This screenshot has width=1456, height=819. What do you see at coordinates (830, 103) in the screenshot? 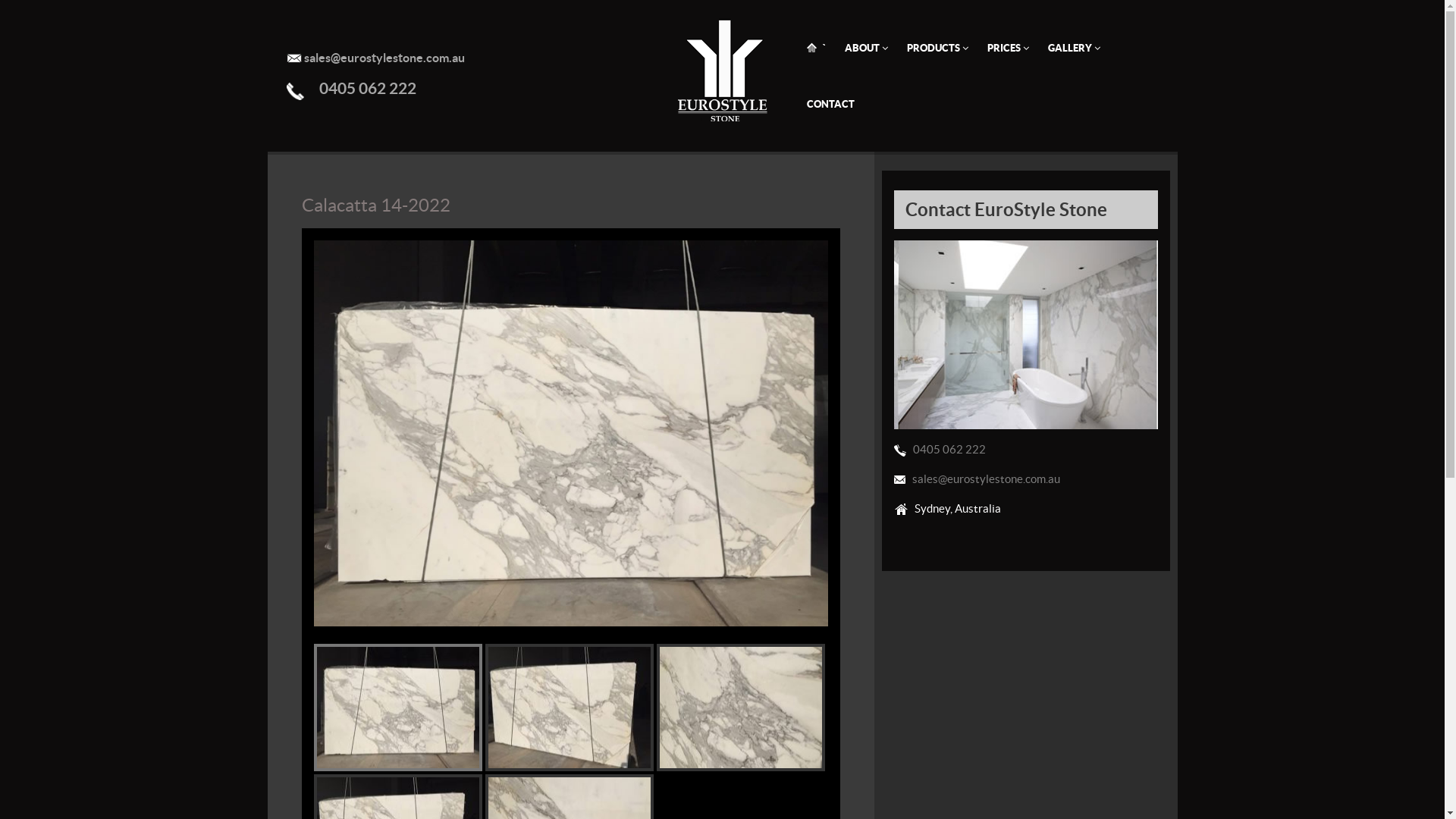
I see `'CONTACT'` at bounding box center [830, 103].